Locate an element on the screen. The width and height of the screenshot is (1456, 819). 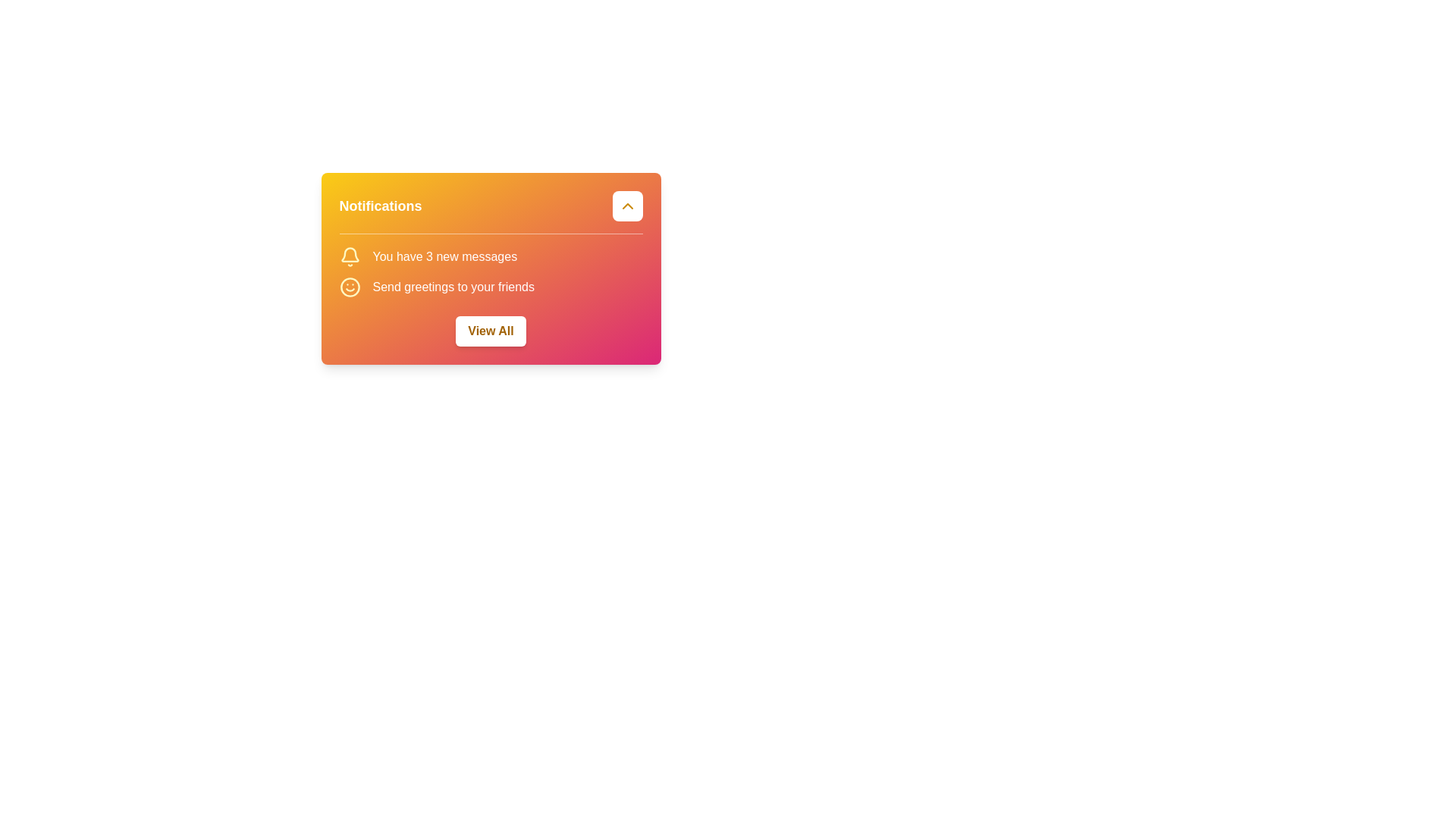
the Text label that informs the user about sending greetings to friends, positioned below the 'You have 3 new messages' line and above the 'View All' button is located at coordinates (453, 287).